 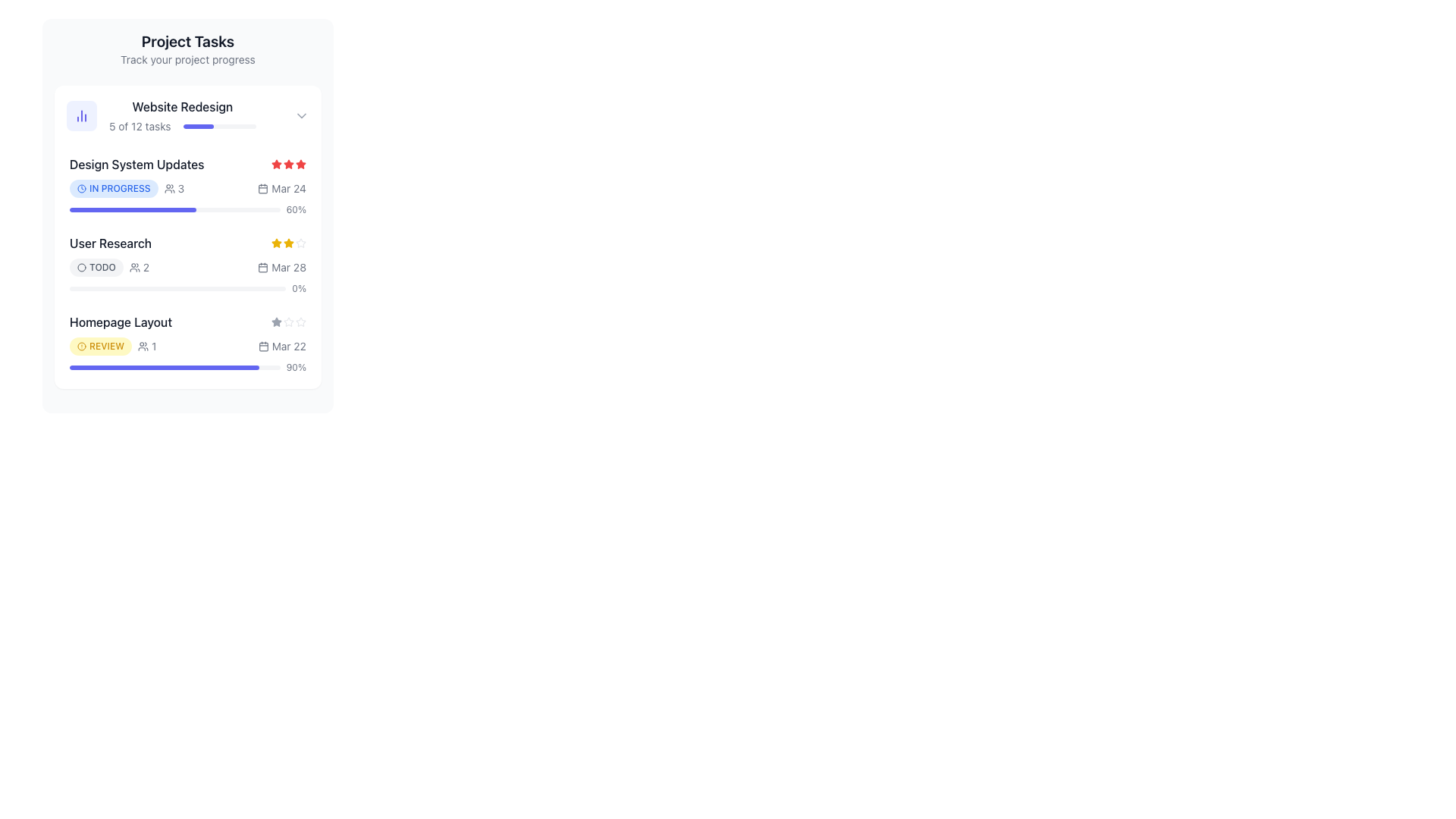 I want to click on the third gray star icon, so click(x=276, y=321).